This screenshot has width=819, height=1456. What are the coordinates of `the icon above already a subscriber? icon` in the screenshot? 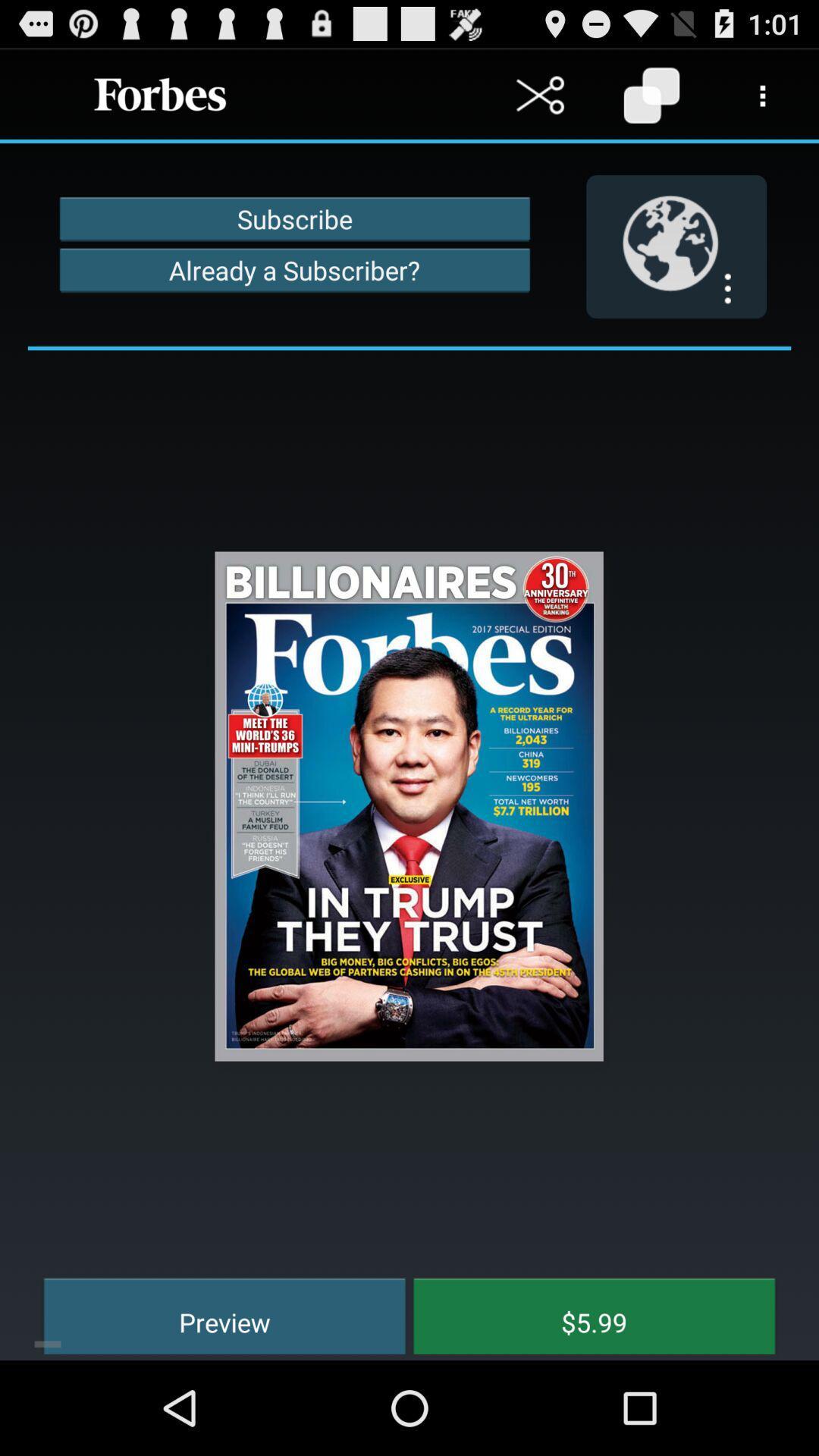 It's located at (294, 218).